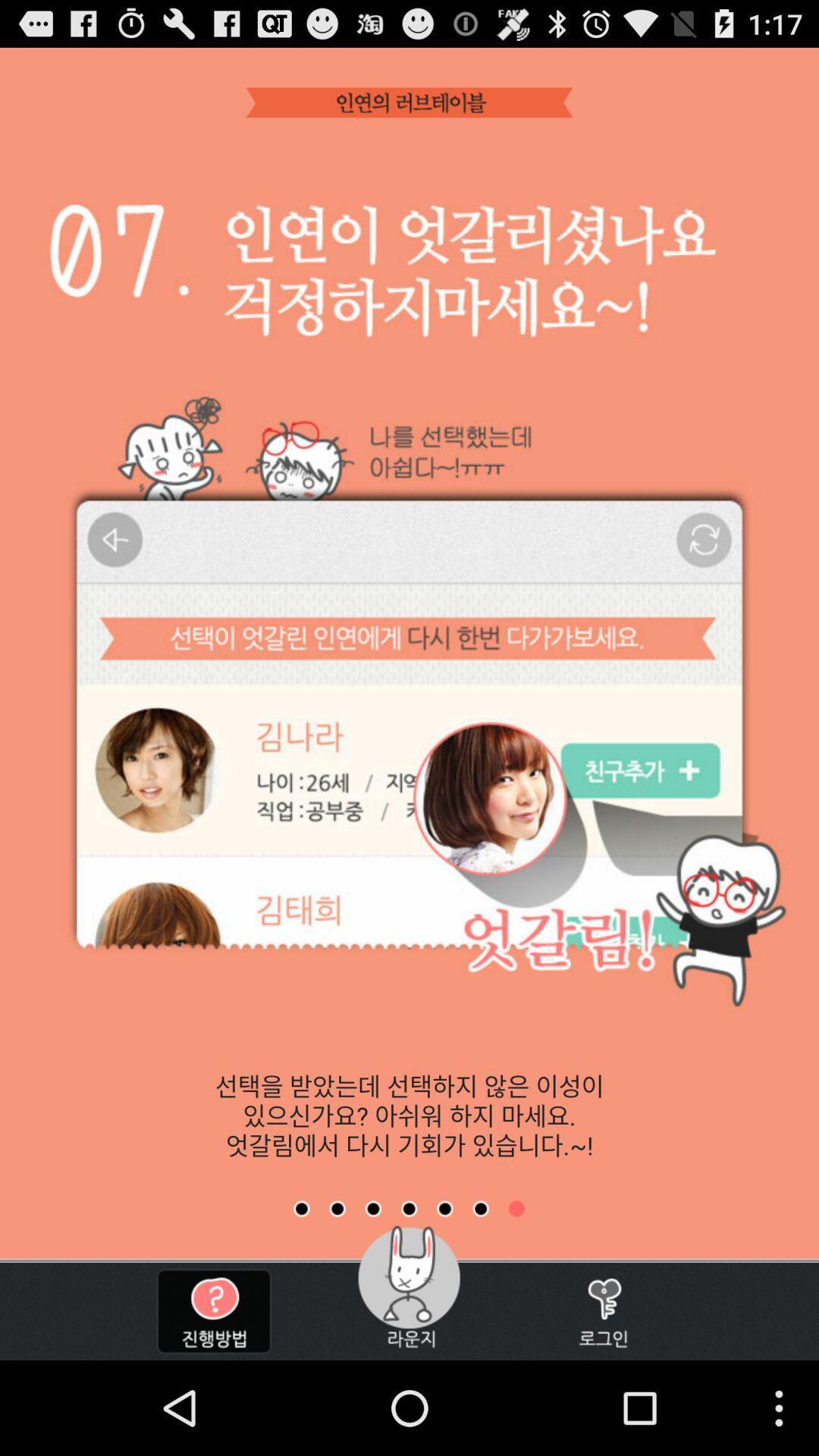 The height and width of the screenshot is (1456, 819). Describe the element at coordinates (301, 1208) in the screenshot. I see `first image in series` at that location.